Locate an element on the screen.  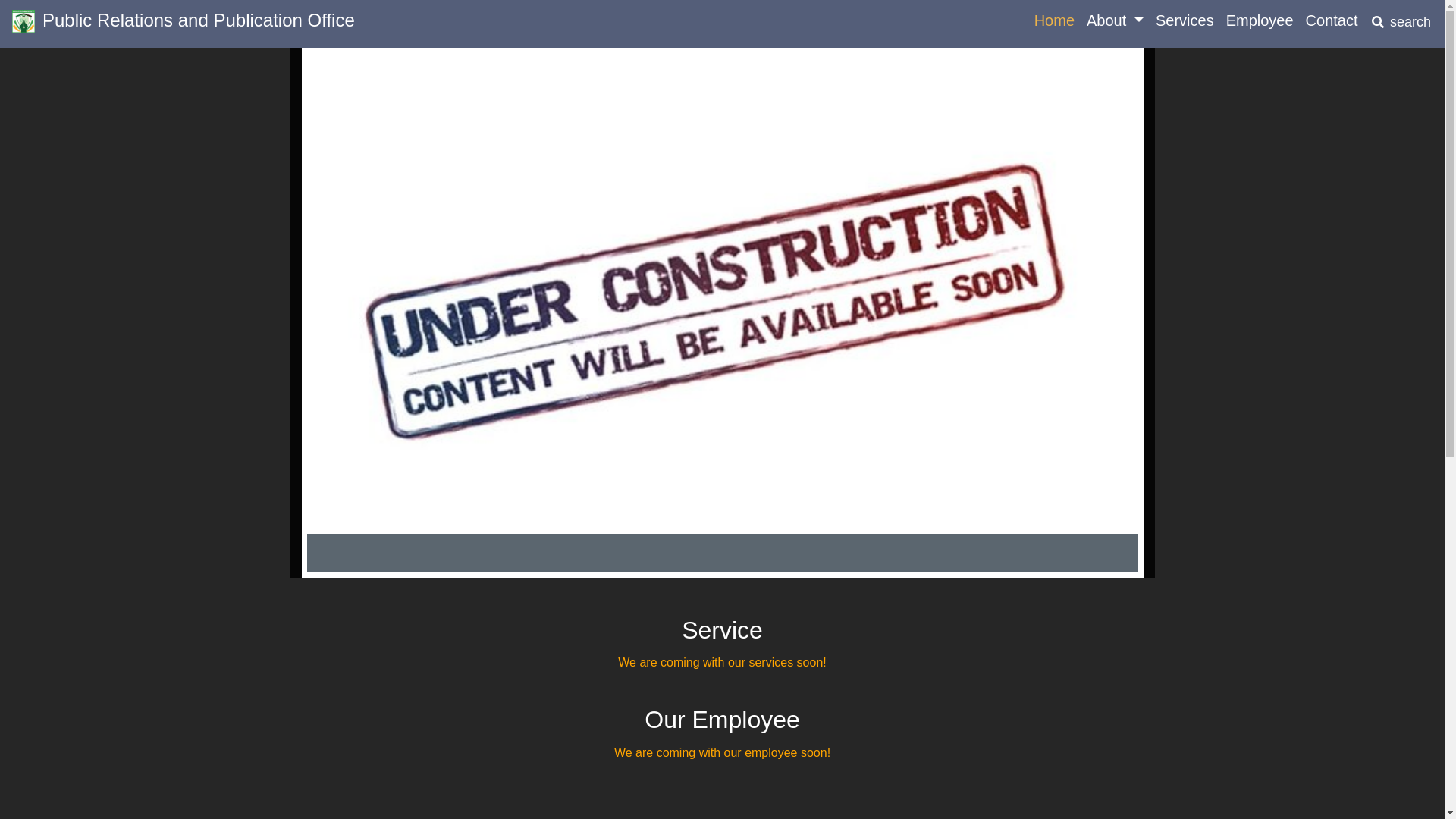
'Employee' is located at coordinates (1260, 20).